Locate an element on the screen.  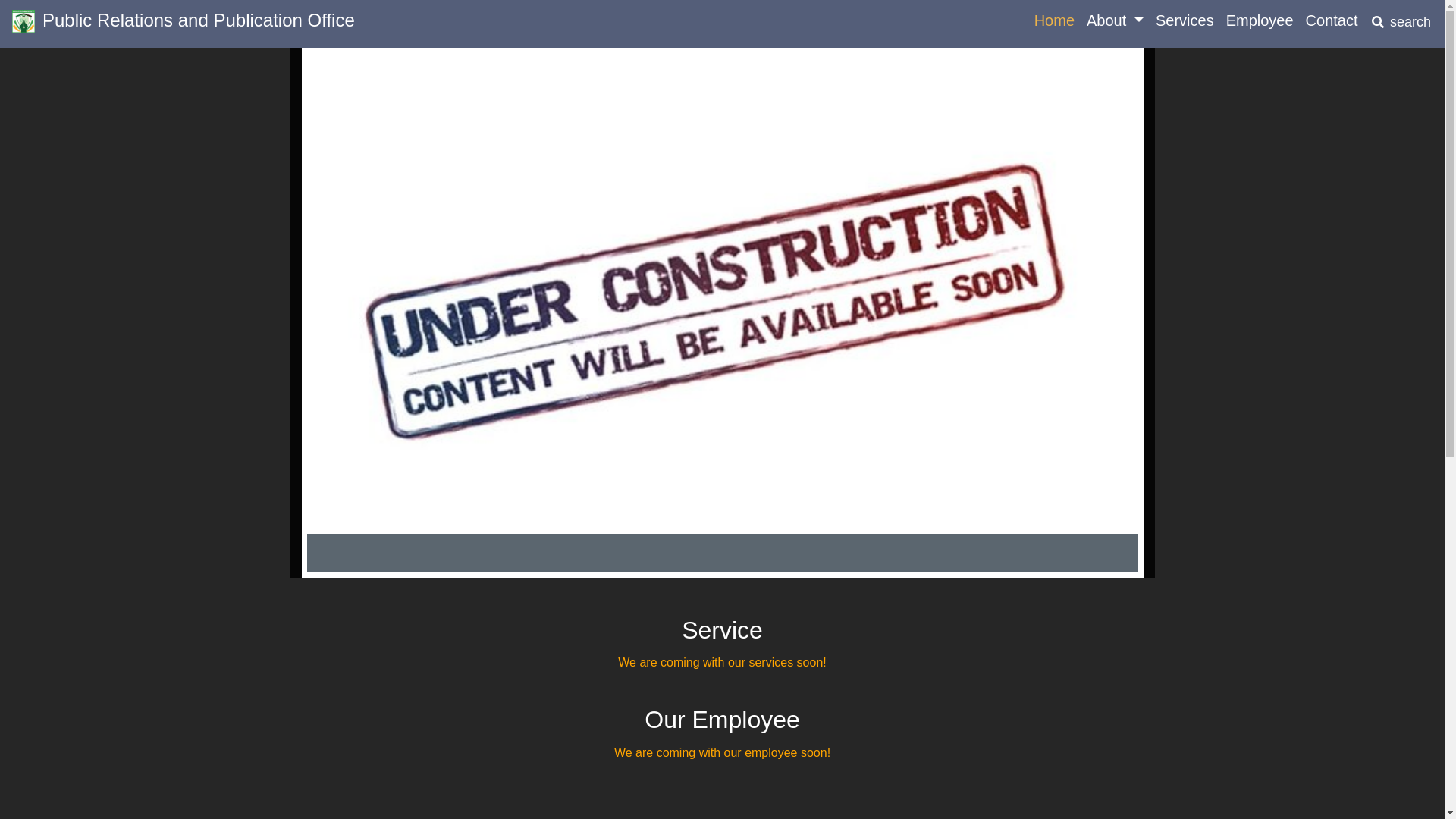
'Employee' is located at coordinates (1260, 20).